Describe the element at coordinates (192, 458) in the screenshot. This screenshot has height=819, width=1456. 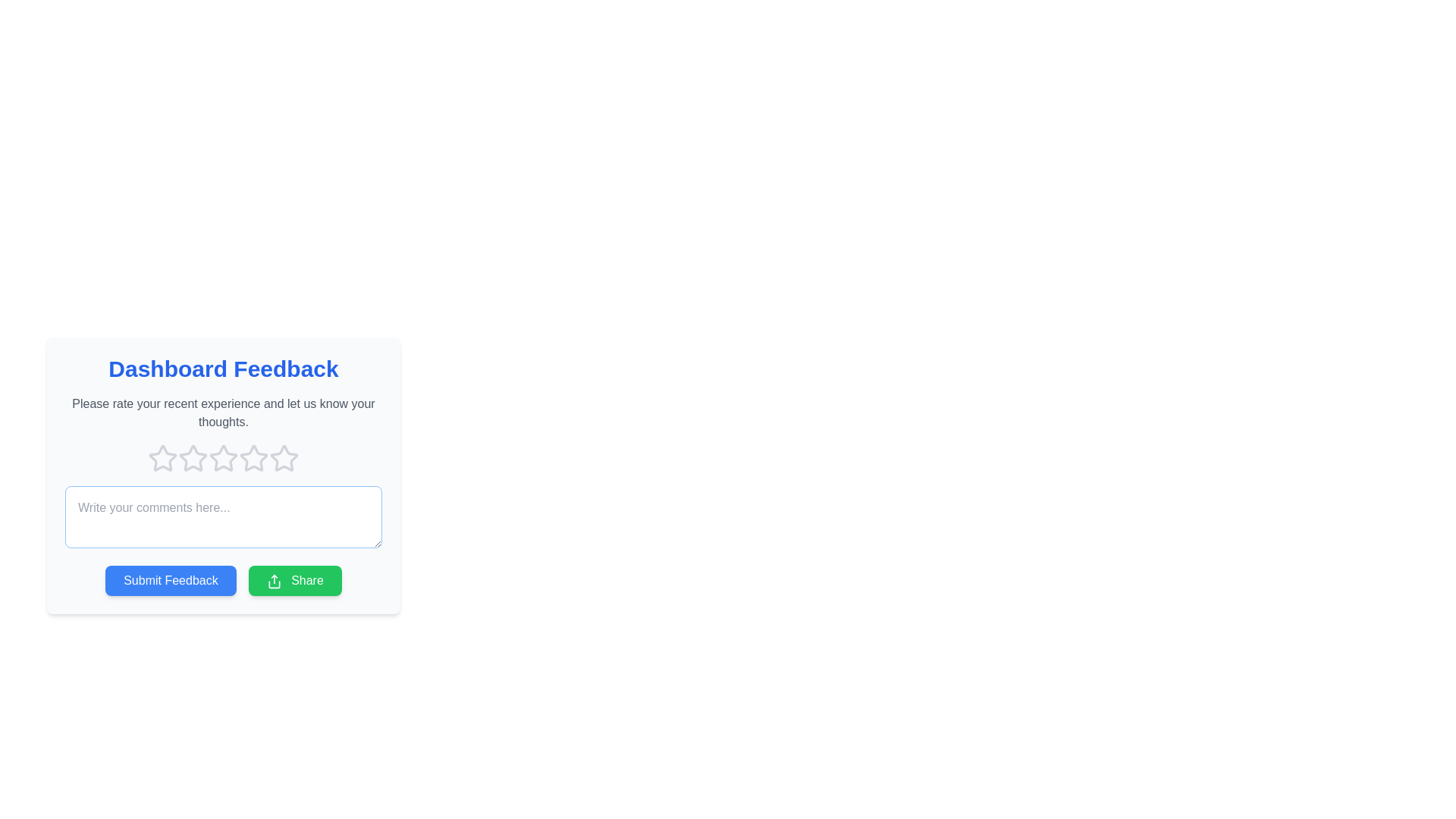
I see `the third gray star icon in the horizontal arrangement of five stars under the 'Dashboard Feedback' header` at that location.